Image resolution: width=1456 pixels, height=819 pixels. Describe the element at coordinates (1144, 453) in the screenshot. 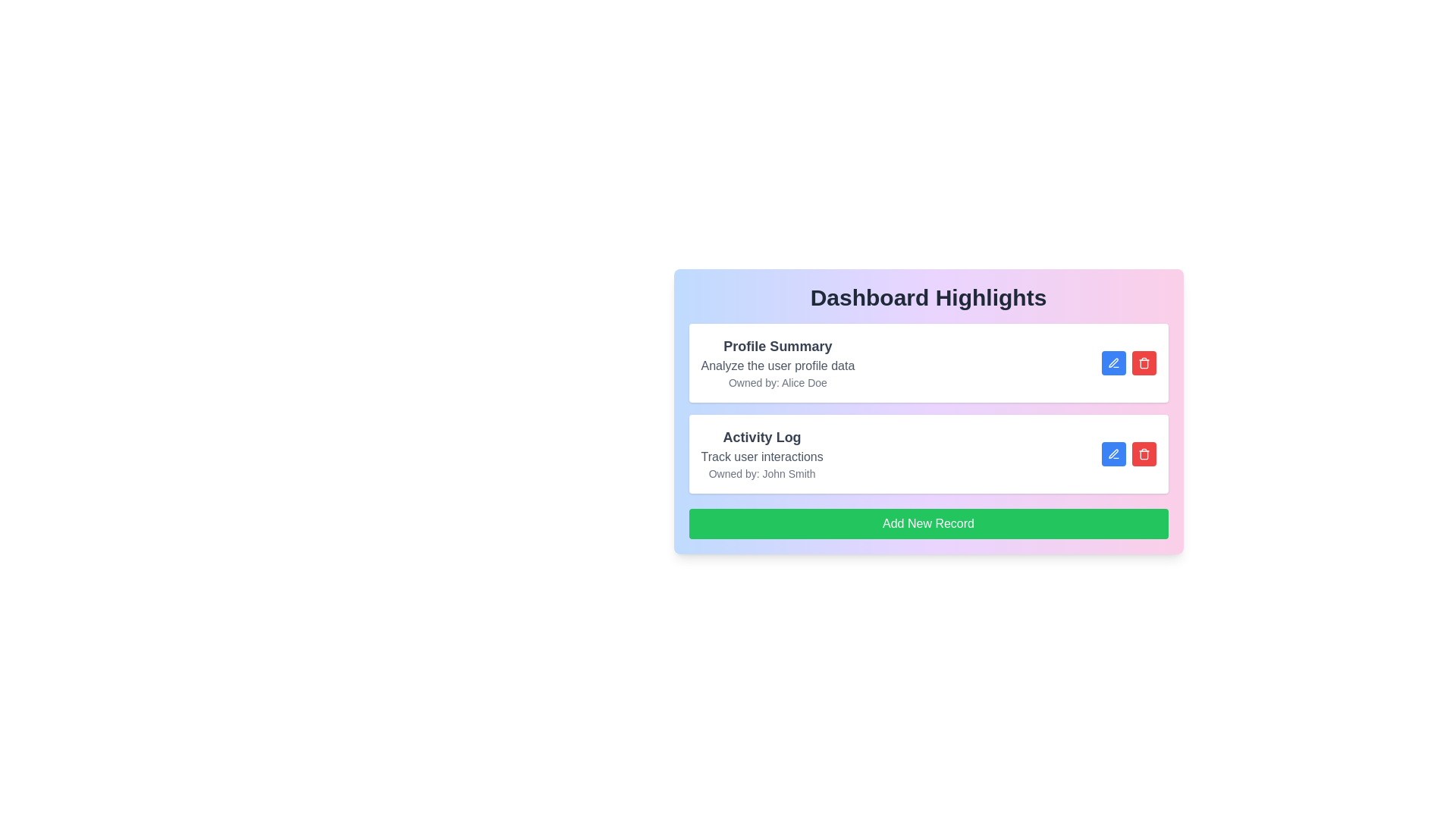

I see `the delete icon embedded within the clickable button` at that location.